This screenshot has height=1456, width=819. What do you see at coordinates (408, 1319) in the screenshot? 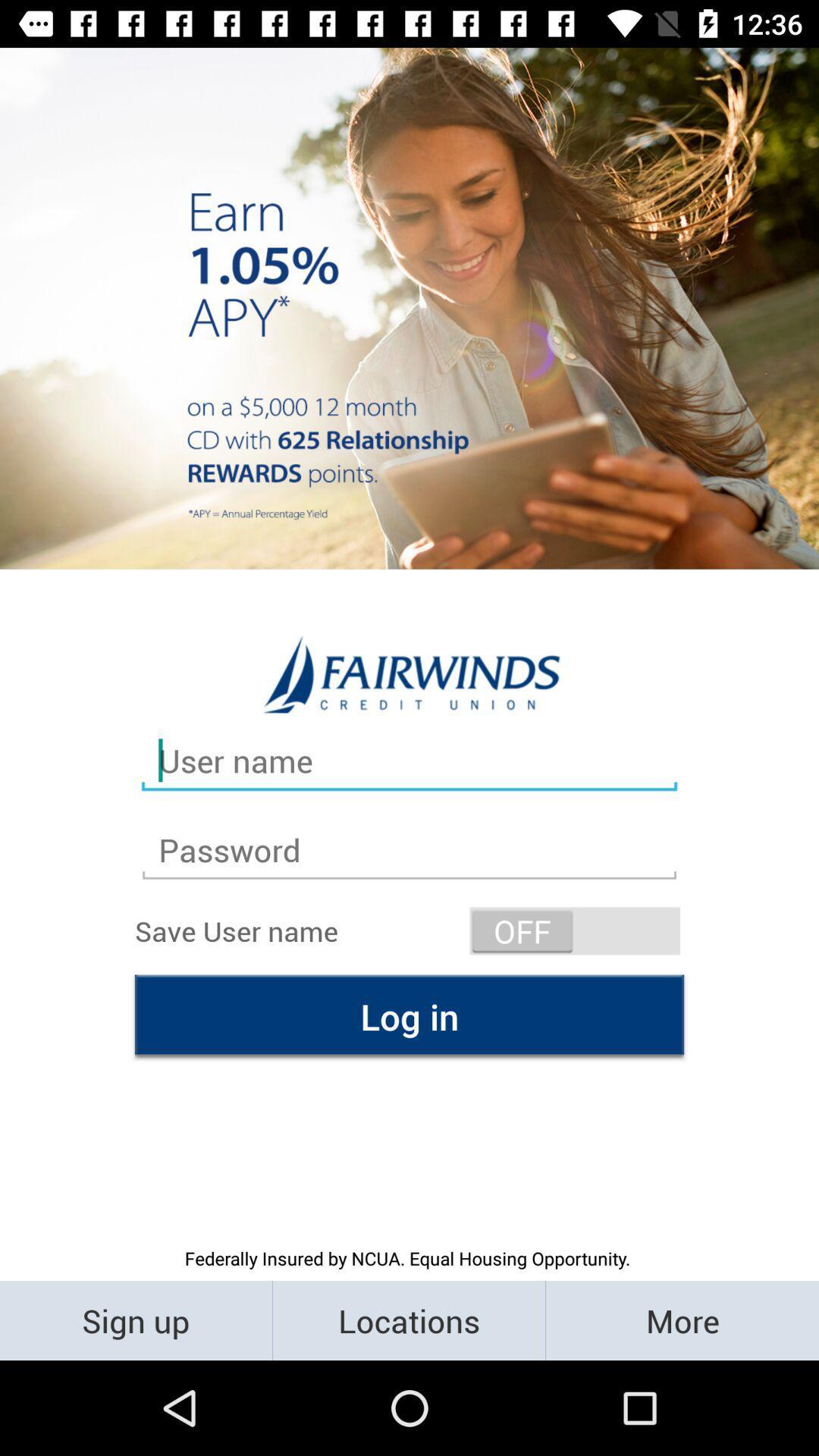
I see `the icon next to the sign up item` at bounding box center [408, 1319].